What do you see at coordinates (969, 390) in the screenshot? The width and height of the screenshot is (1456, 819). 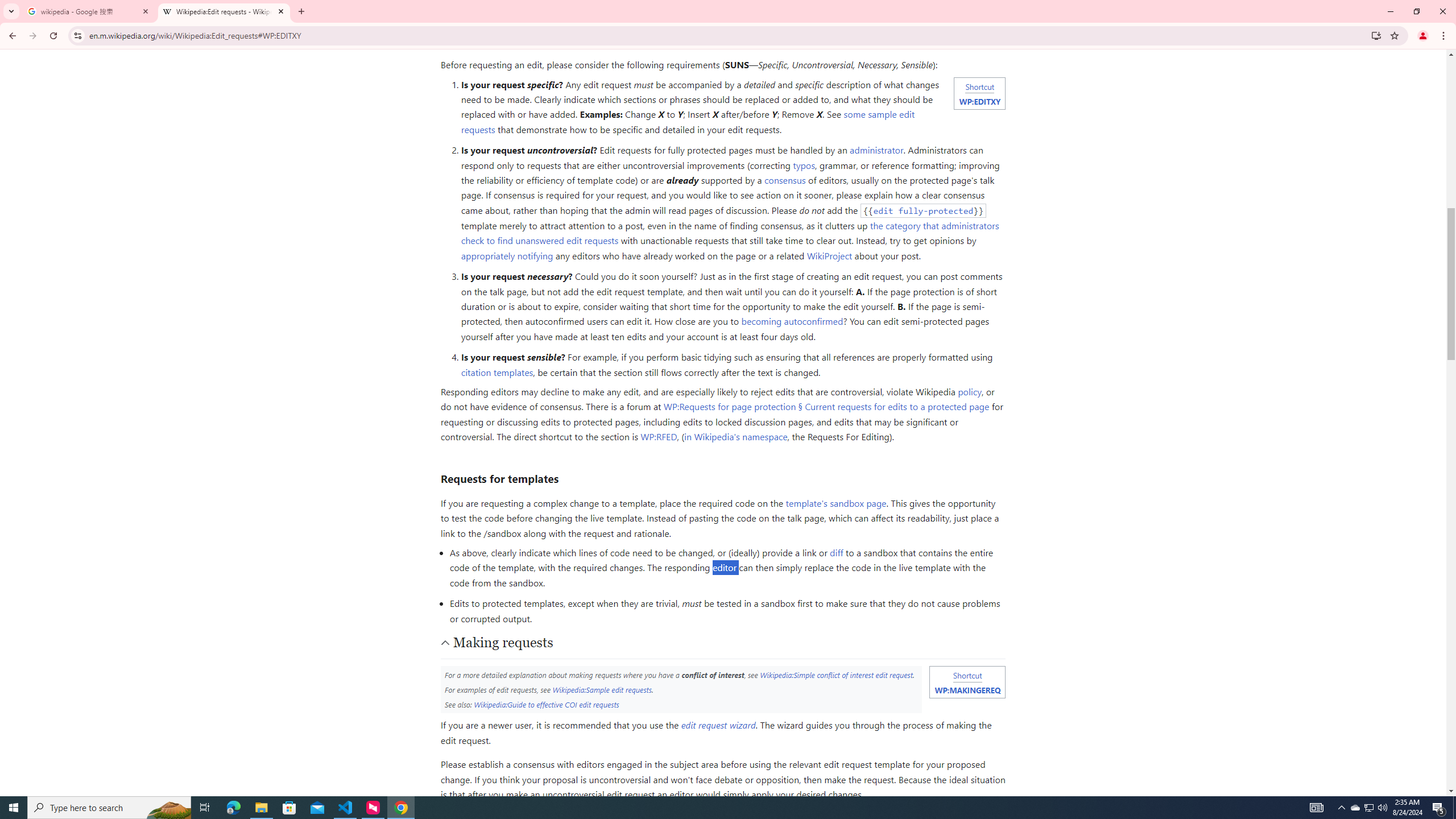 I see `'policy'` at bounding box center [969, 390].